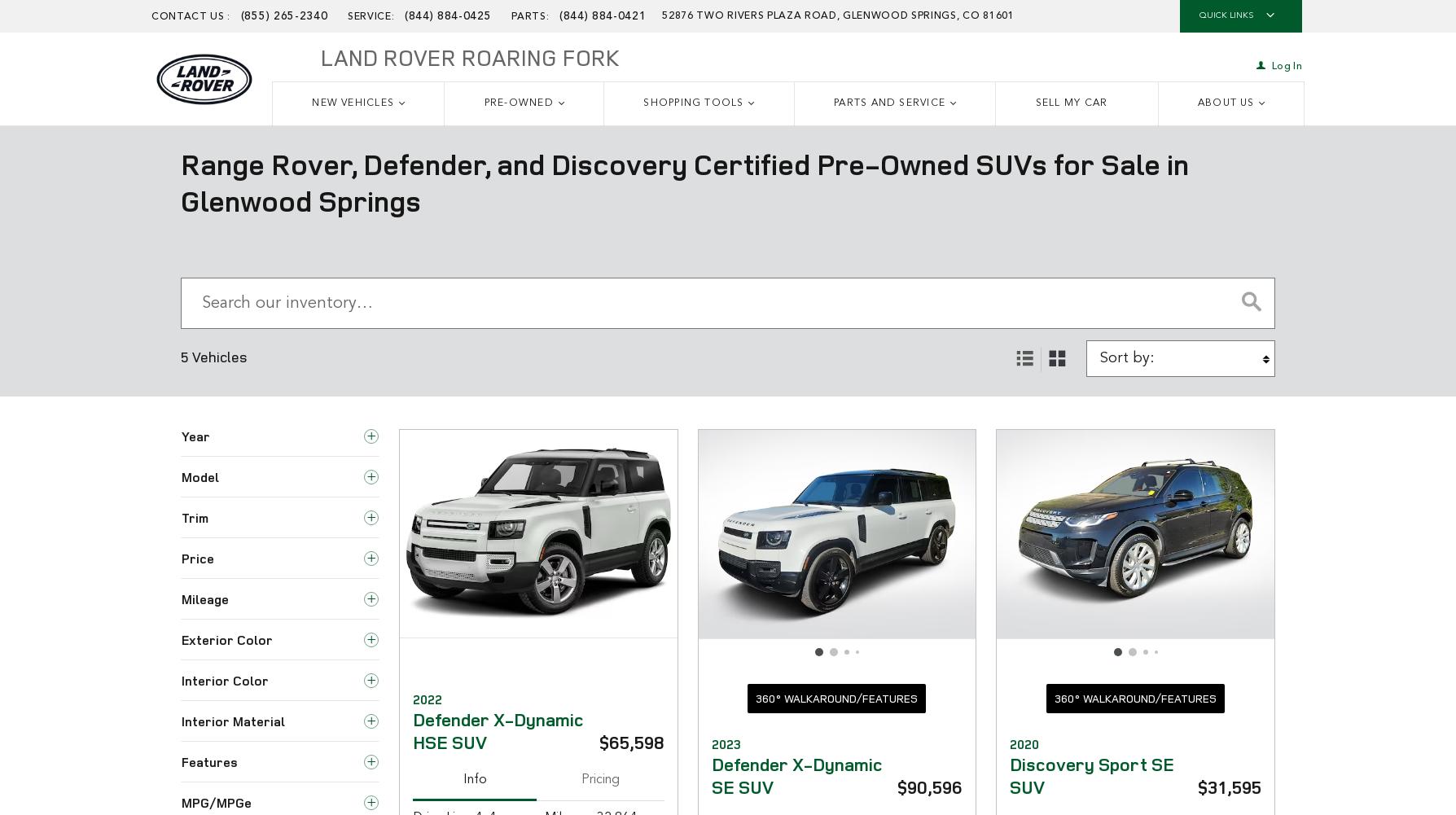  Describe the element at coordinates (724, 744) in the screenshot. I see `'2023'` at that location.